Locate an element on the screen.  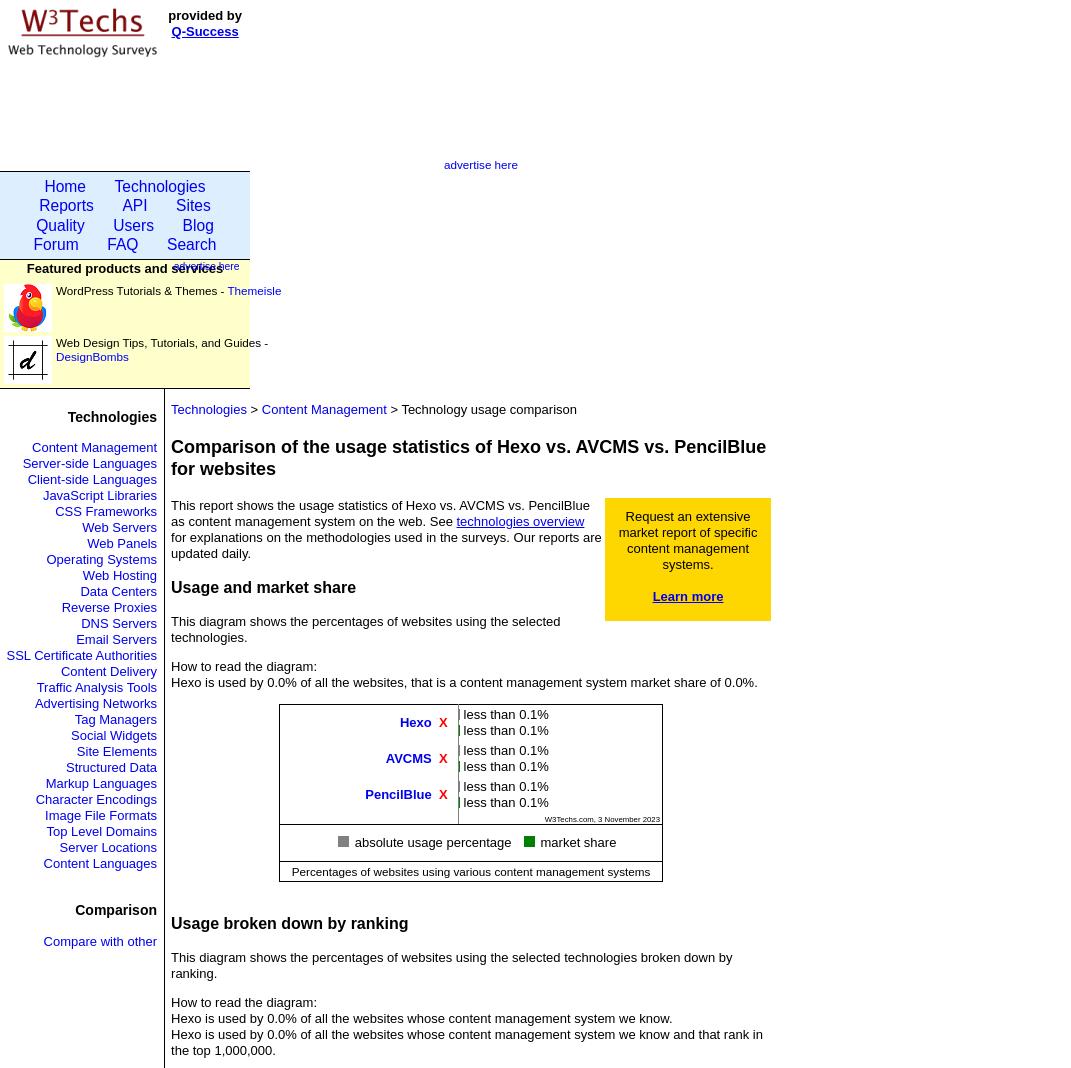
'Content Management' is located at coordinates (94, 447).